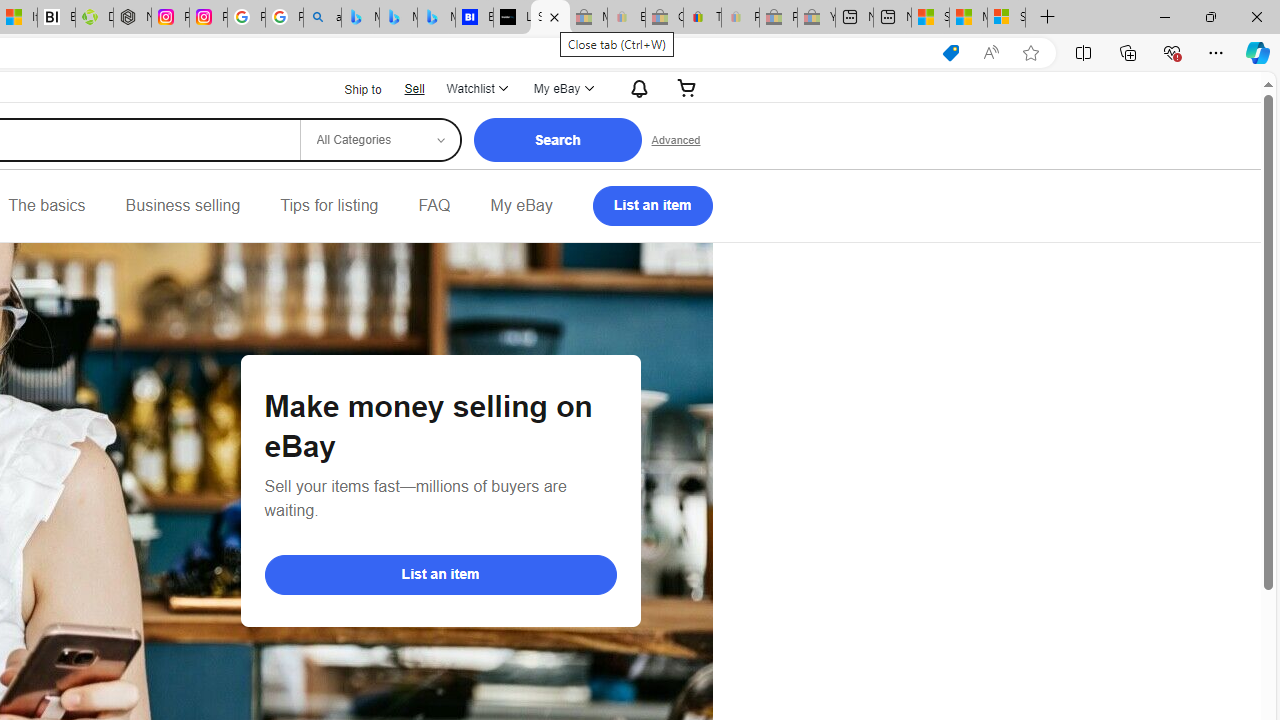 Image resolution: width=1280 pixels, height=720 pixels. I want to click on 'Tips for listing', so click(329, 205).